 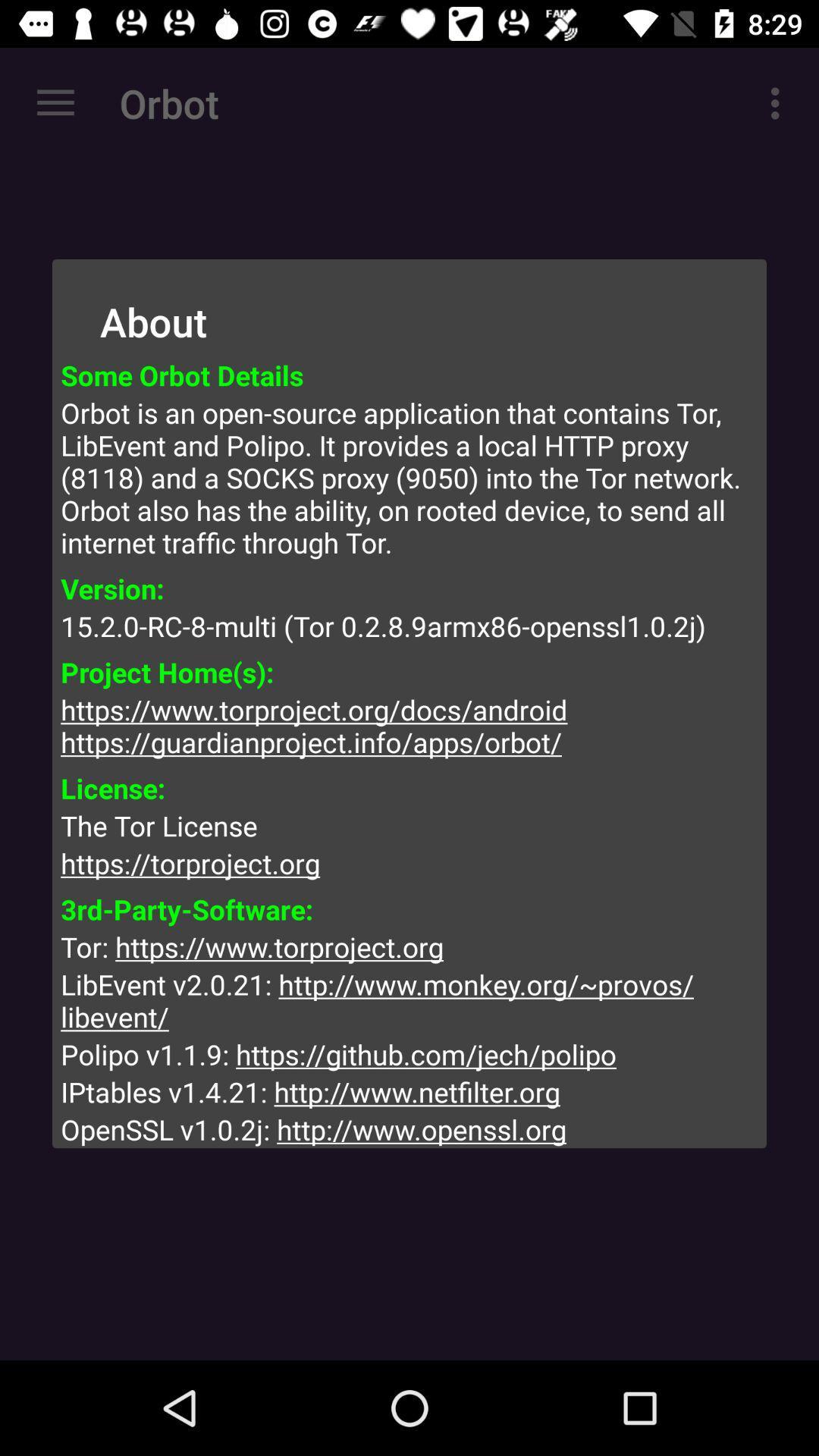 What do you see at coordinates (409, 1092) in the screenshot?
I see `the iptables v1 4` at bounding box center [409, 1092].